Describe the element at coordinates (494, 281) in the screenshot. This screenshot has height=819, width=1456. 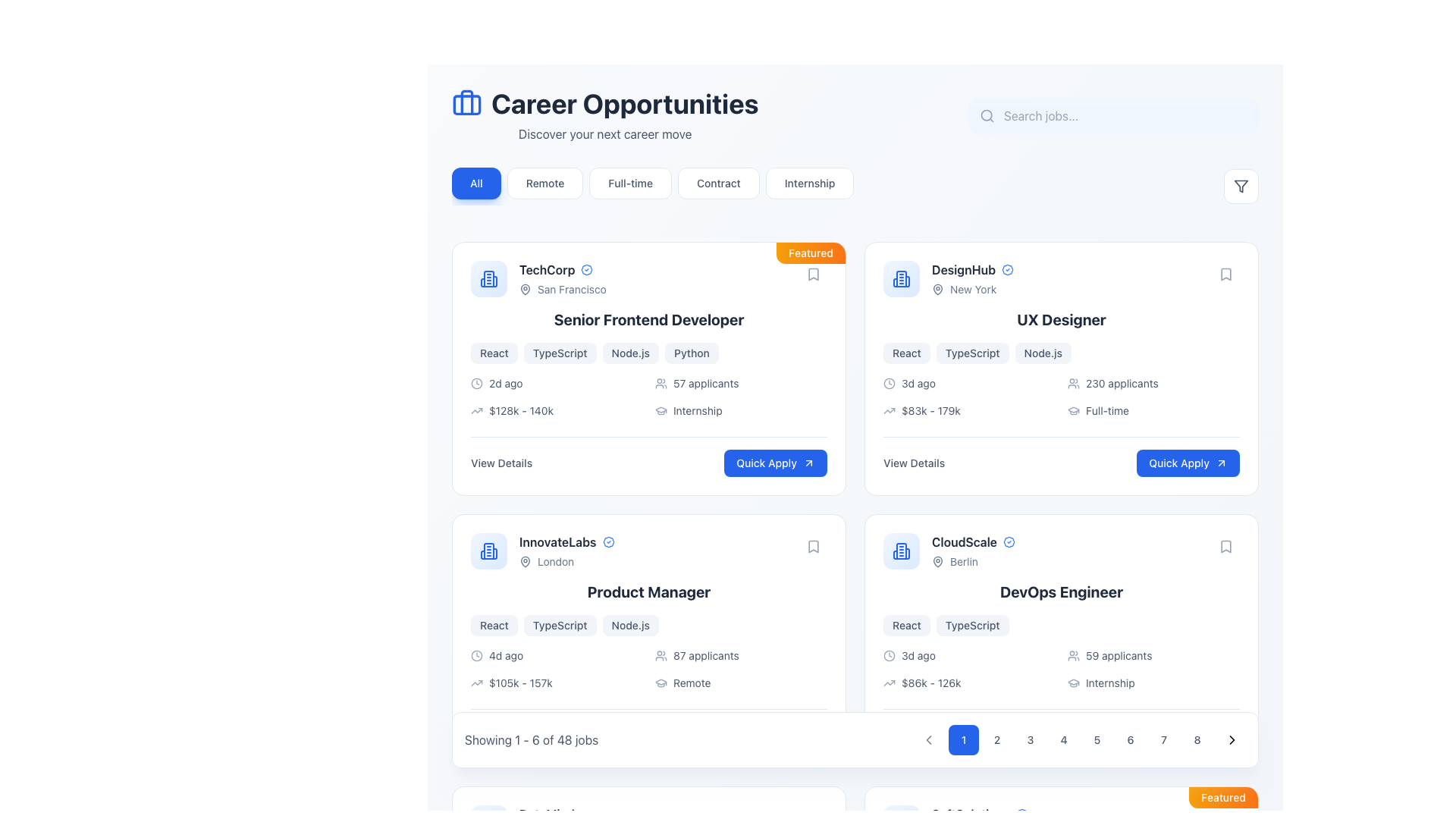
I see `the rightmost vertical stroke of the vector graphic representing a building icon, which is part of an SVG graphic` at that location.